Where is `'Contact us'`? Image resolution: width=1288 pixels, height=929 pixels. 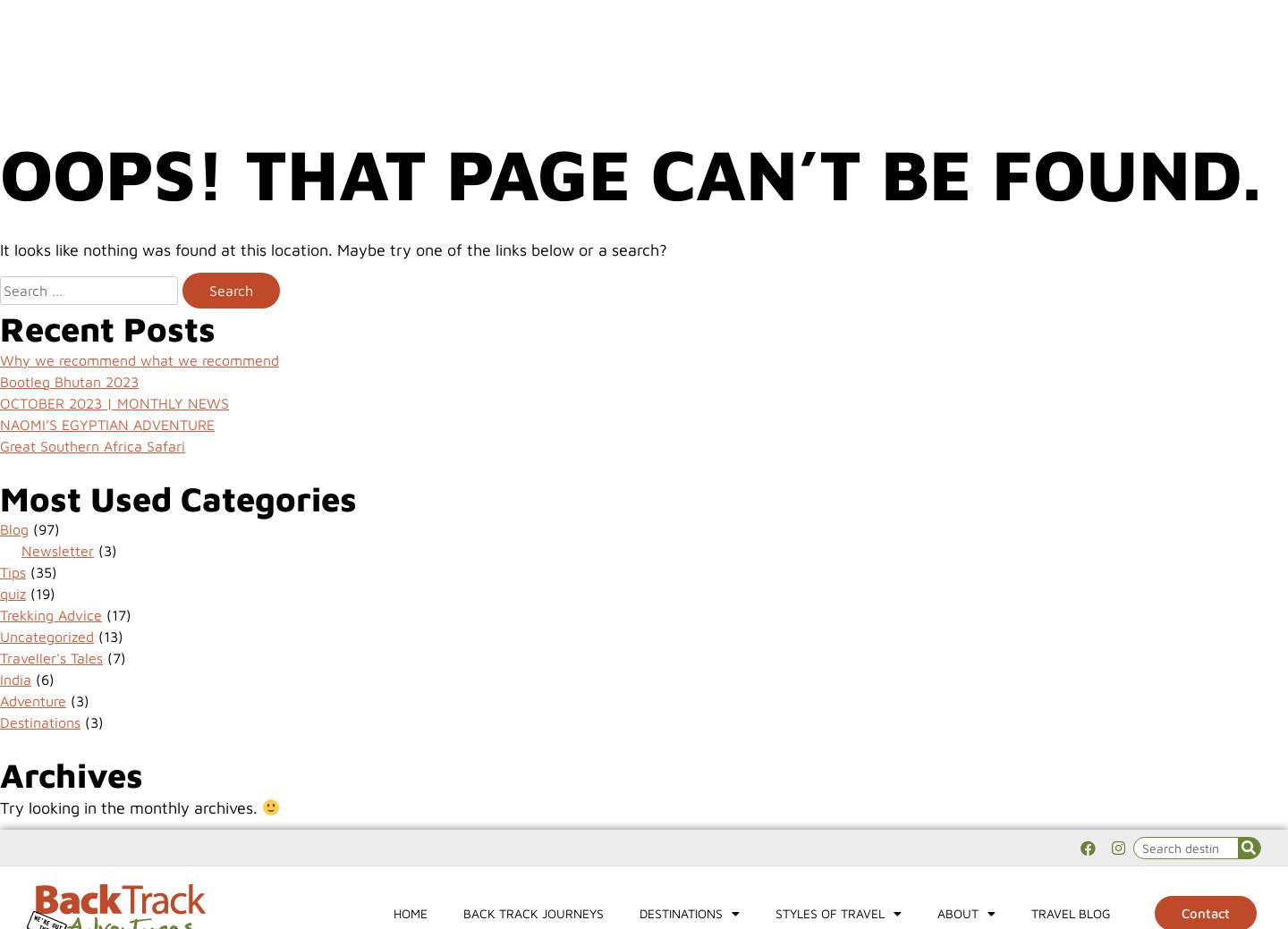 'Contact us' is located at coordinates (178, 775).